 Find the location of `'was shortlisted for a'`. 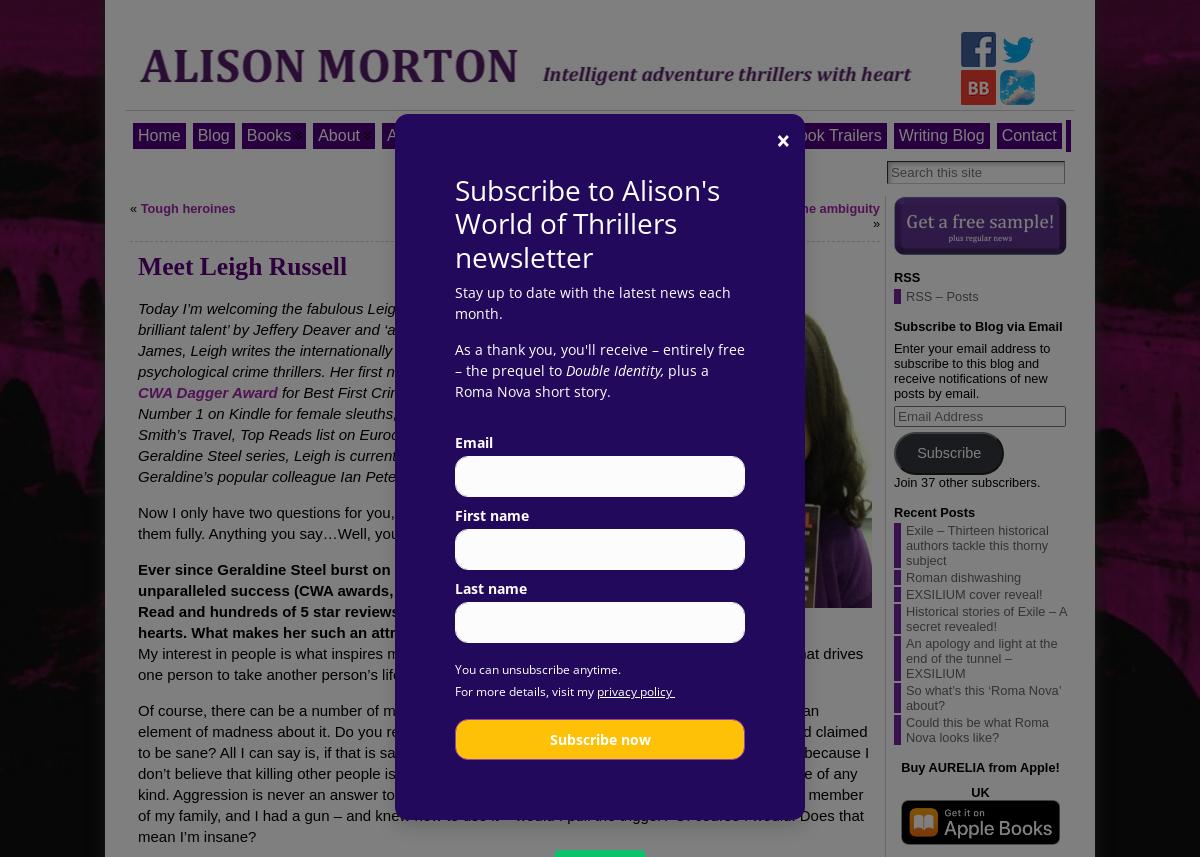

'was shortlisted for a' is located at coordinates (568, 369).